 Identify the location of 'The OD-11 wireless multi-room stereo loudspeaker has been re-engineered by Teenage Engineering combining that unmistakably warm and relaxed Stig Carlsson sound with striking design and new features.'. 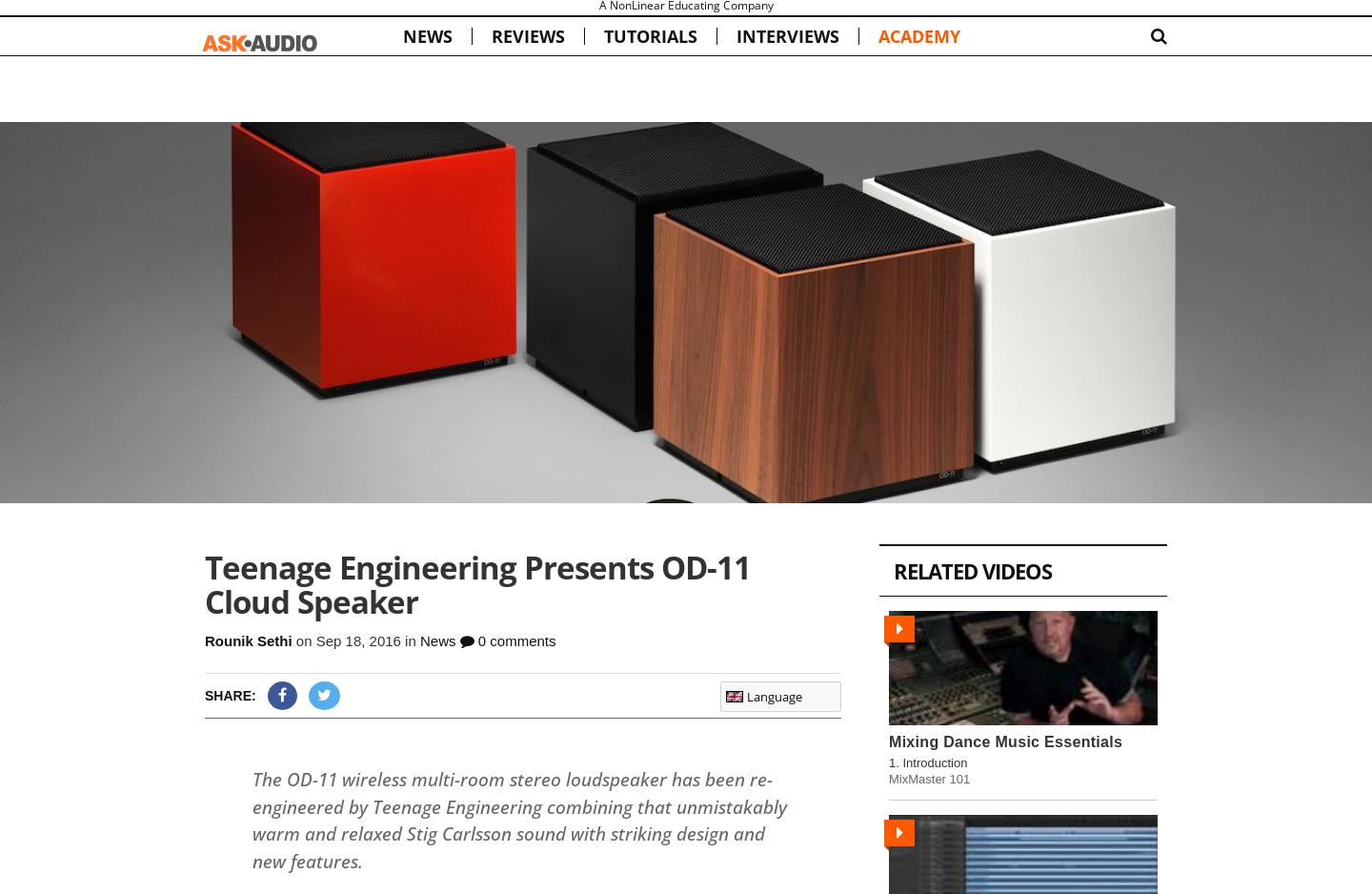
(519, 819).